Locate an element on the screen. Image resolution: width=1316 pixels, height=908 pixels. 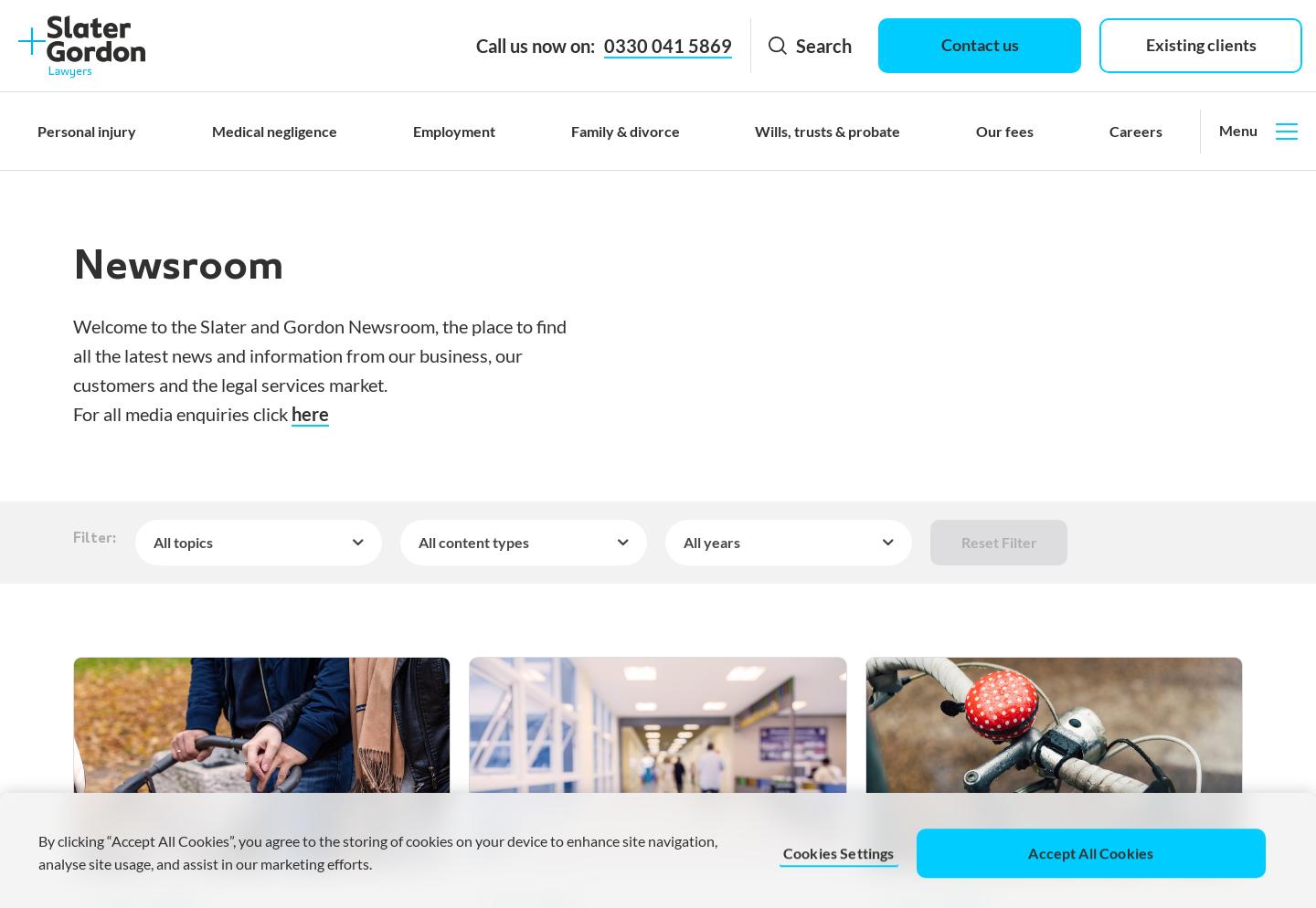
'here' is located at coordinates (310, 413).